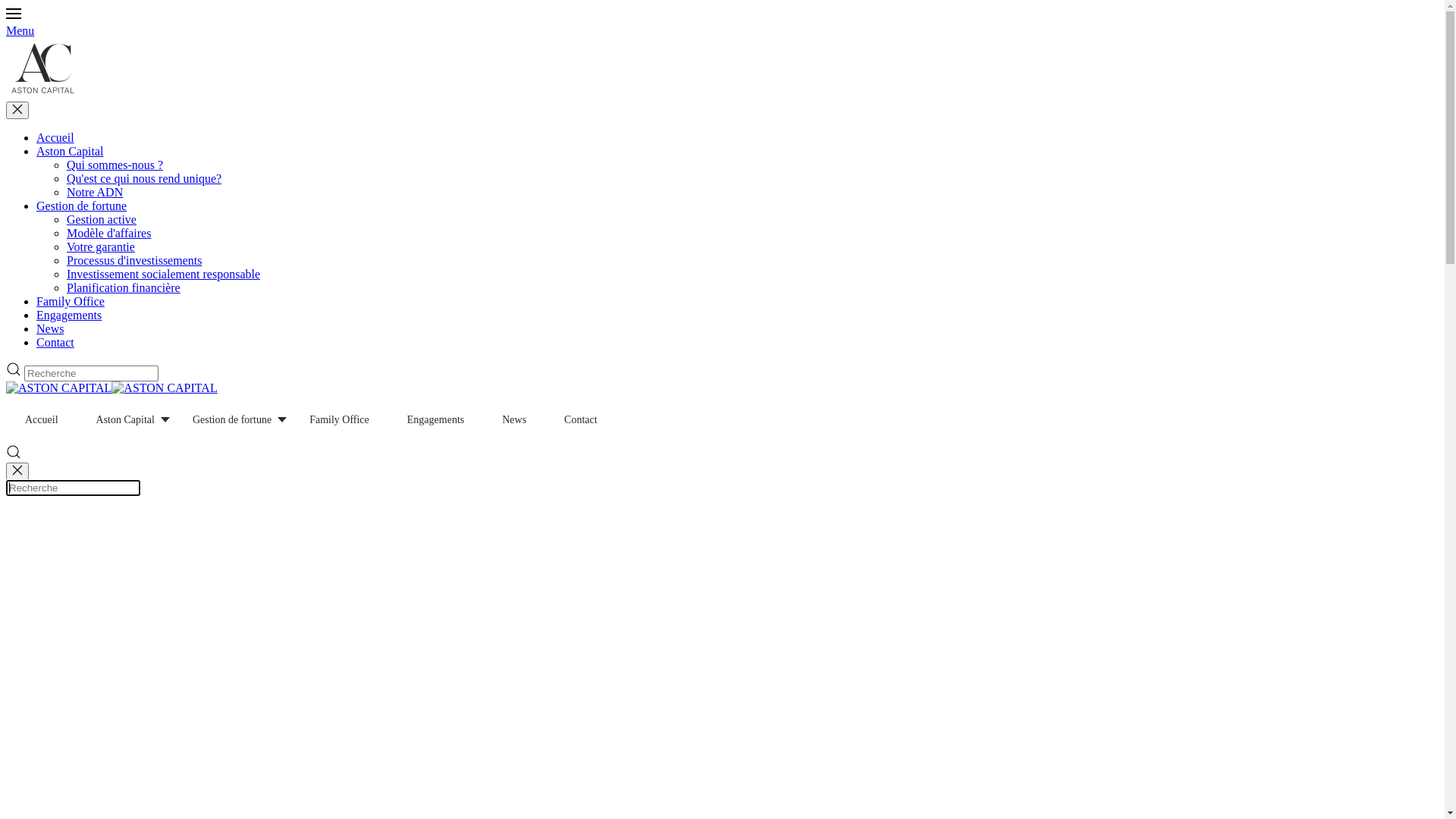 Image resolution: width=1456 pixels, height=819 pixels. Describe the element at coordinates (114, 165) in the screenshot. I see `'Qui sommes-nous ?'` at that location.